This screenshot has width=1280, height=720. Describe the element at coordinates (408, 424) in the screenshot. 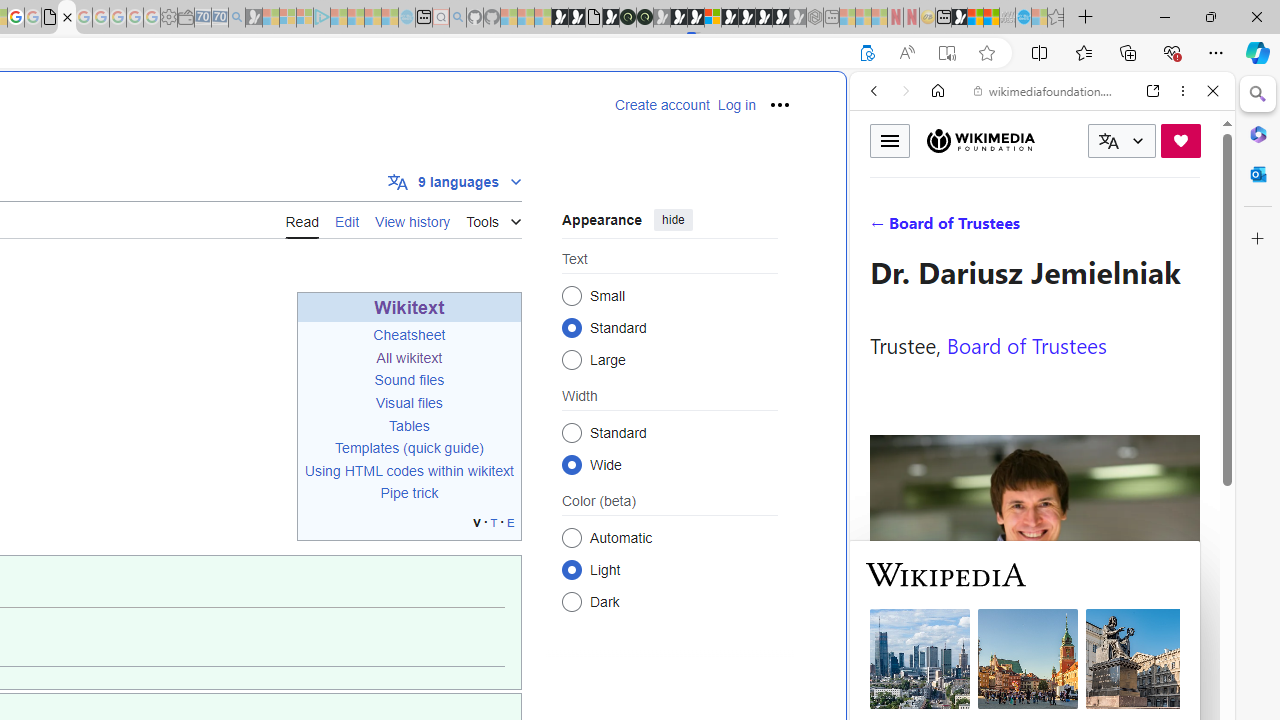

I see `'Tables'` at that location.